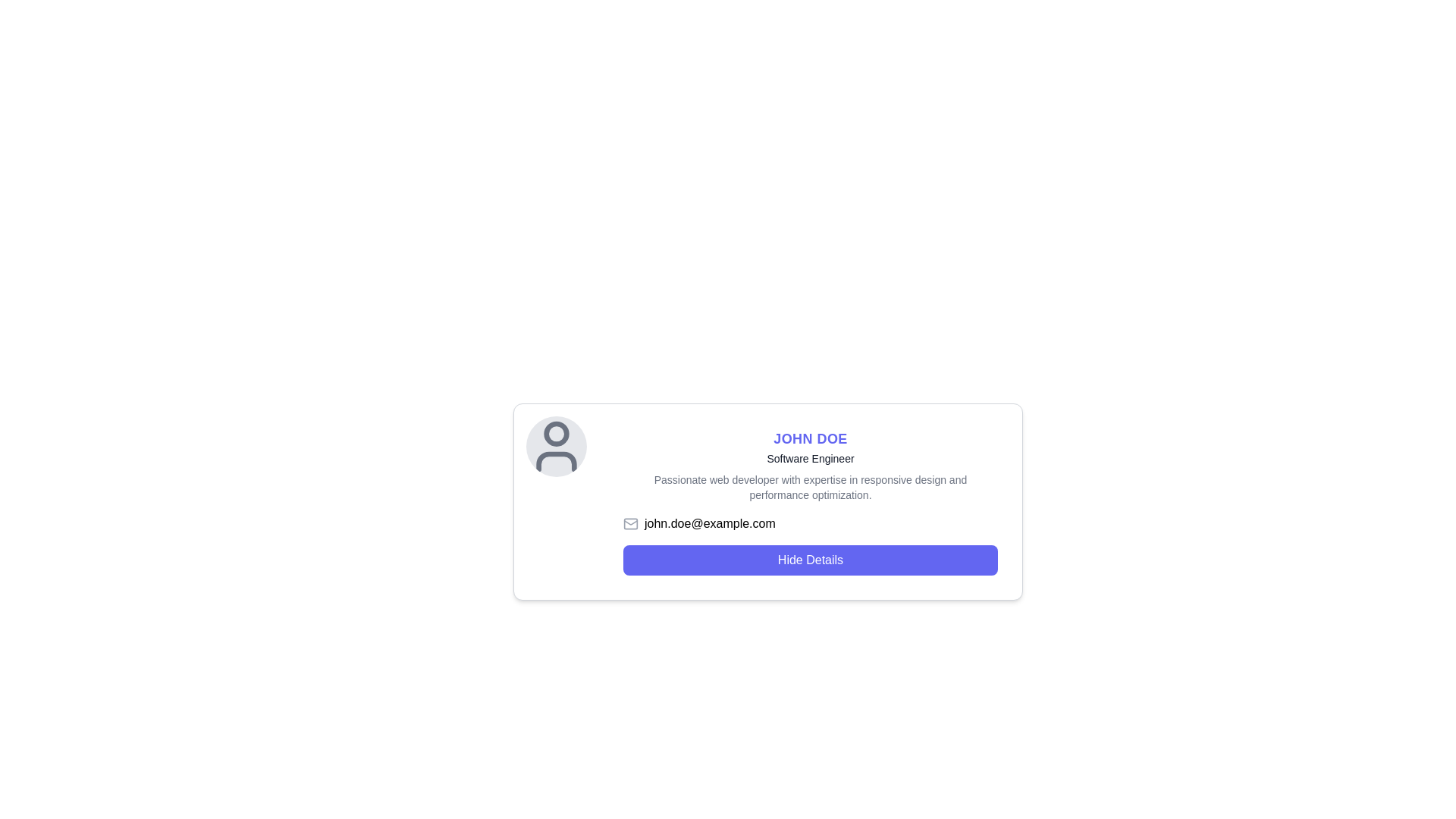 The image size is (1456, 819). What do you see at coordinates (630, 522) in the screenshot?
I see `the SVG Rectangle that represents the email icon associated with 'john.doe@example.com', located in the lower section of the user profile card` at bounding box center [630, 522].